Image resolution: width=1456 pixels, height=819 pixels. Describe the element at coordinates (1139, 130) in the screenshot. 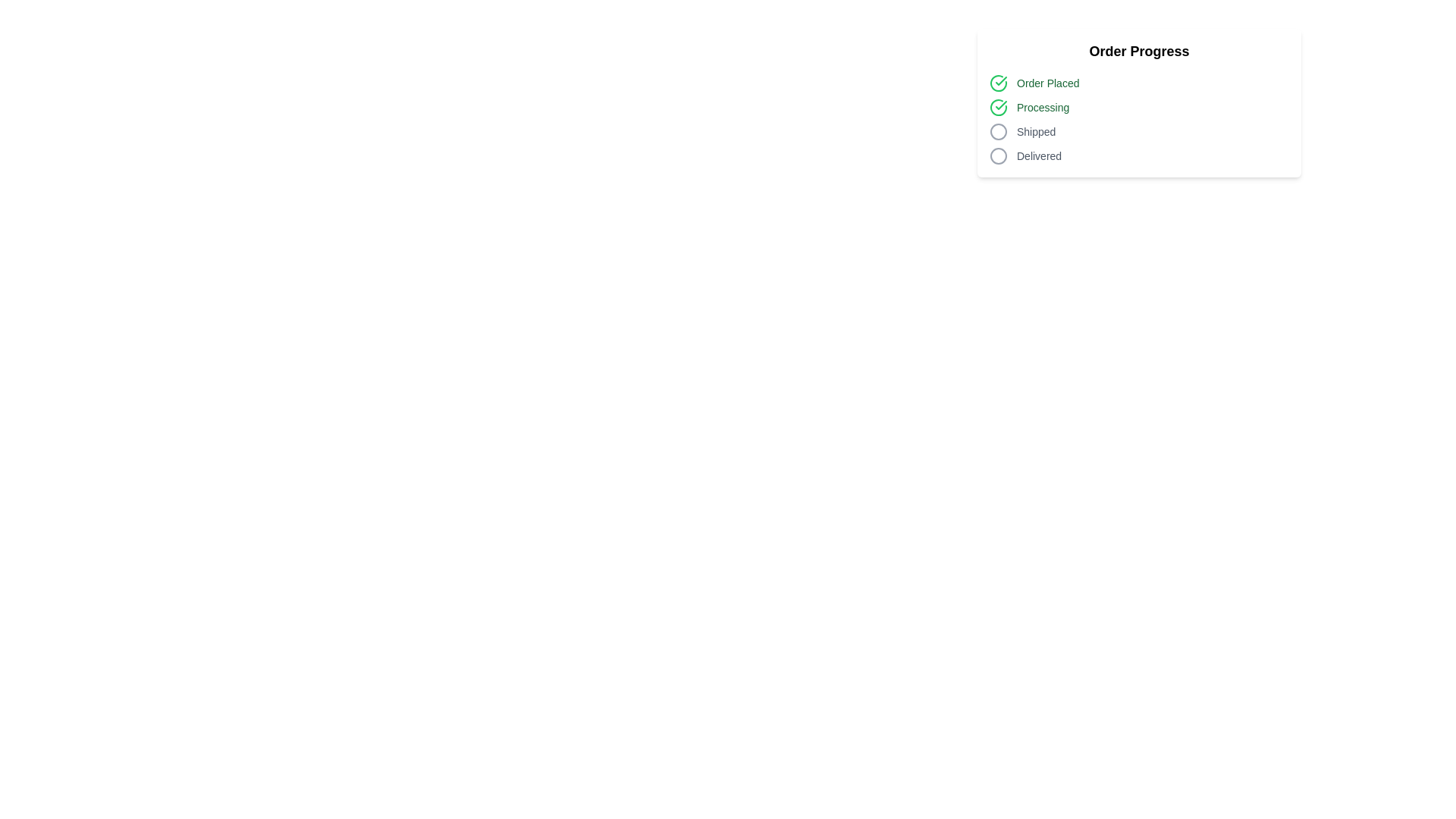

I see `the 'Shipped' stage in the order progress tracker, which is the third item in the vertical sequence under 'Order Progress'` at that location.